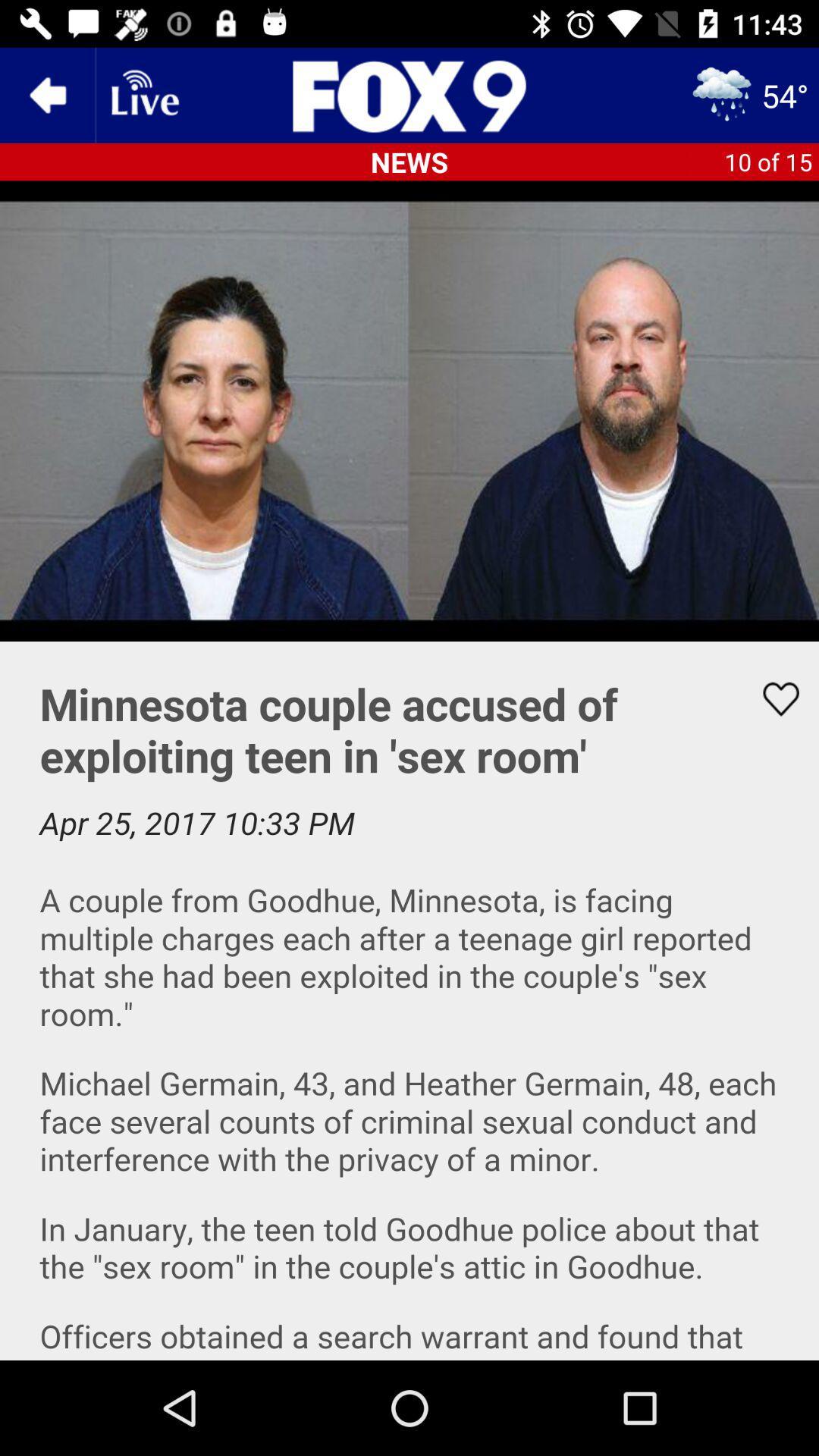 Image resolution: width=819 pixels, height=1456 pixels. What do you see at coordinates (143, 94) in the screenshot?
I see `stream live audio` at bounding box center [143, 94].